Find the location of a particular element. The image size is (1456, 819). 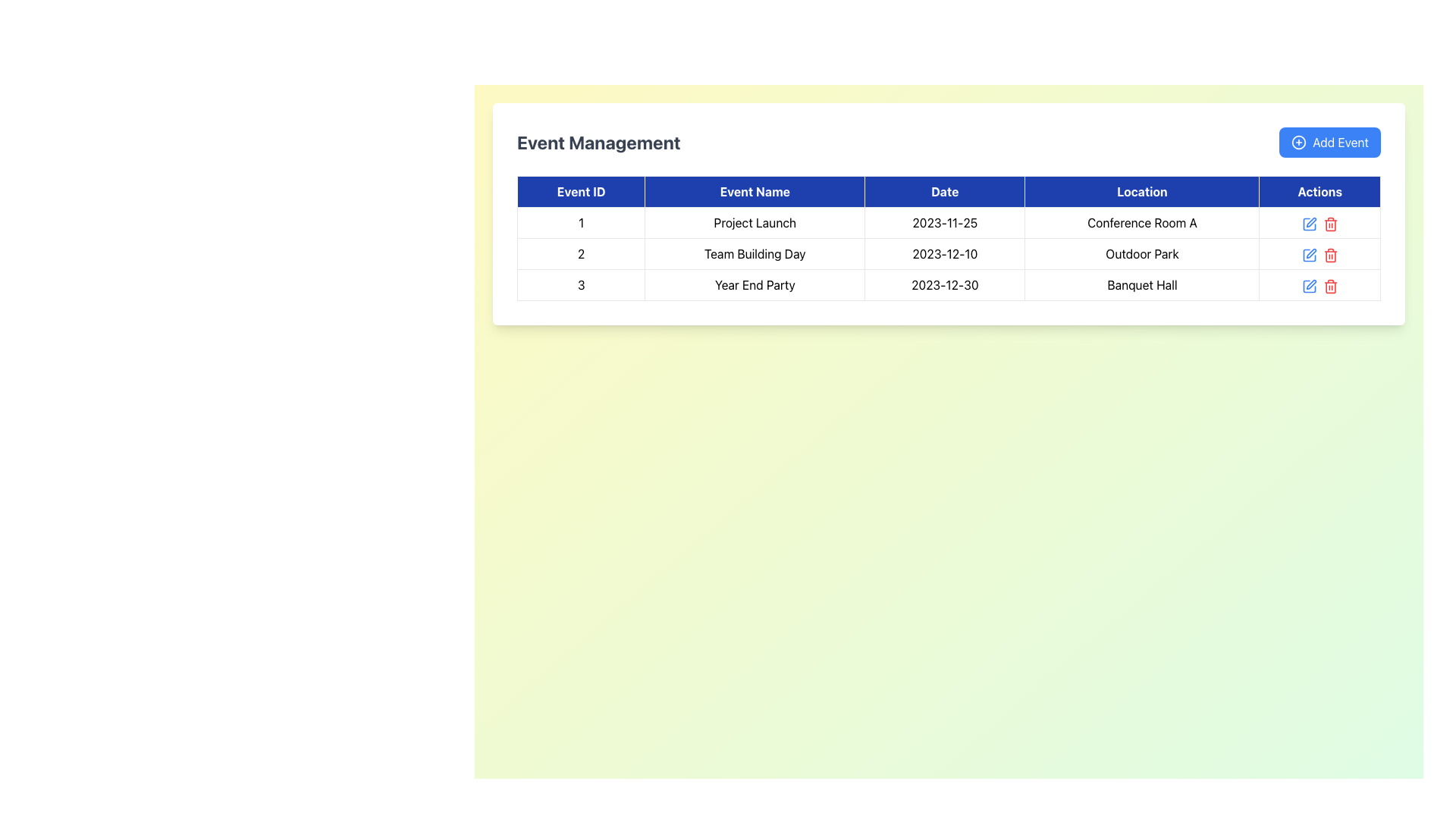

the delete icon button located in the 'Actions' column of the 'Year End Party' event entry to invoke the delete function is located at coordinates (1329, 224).